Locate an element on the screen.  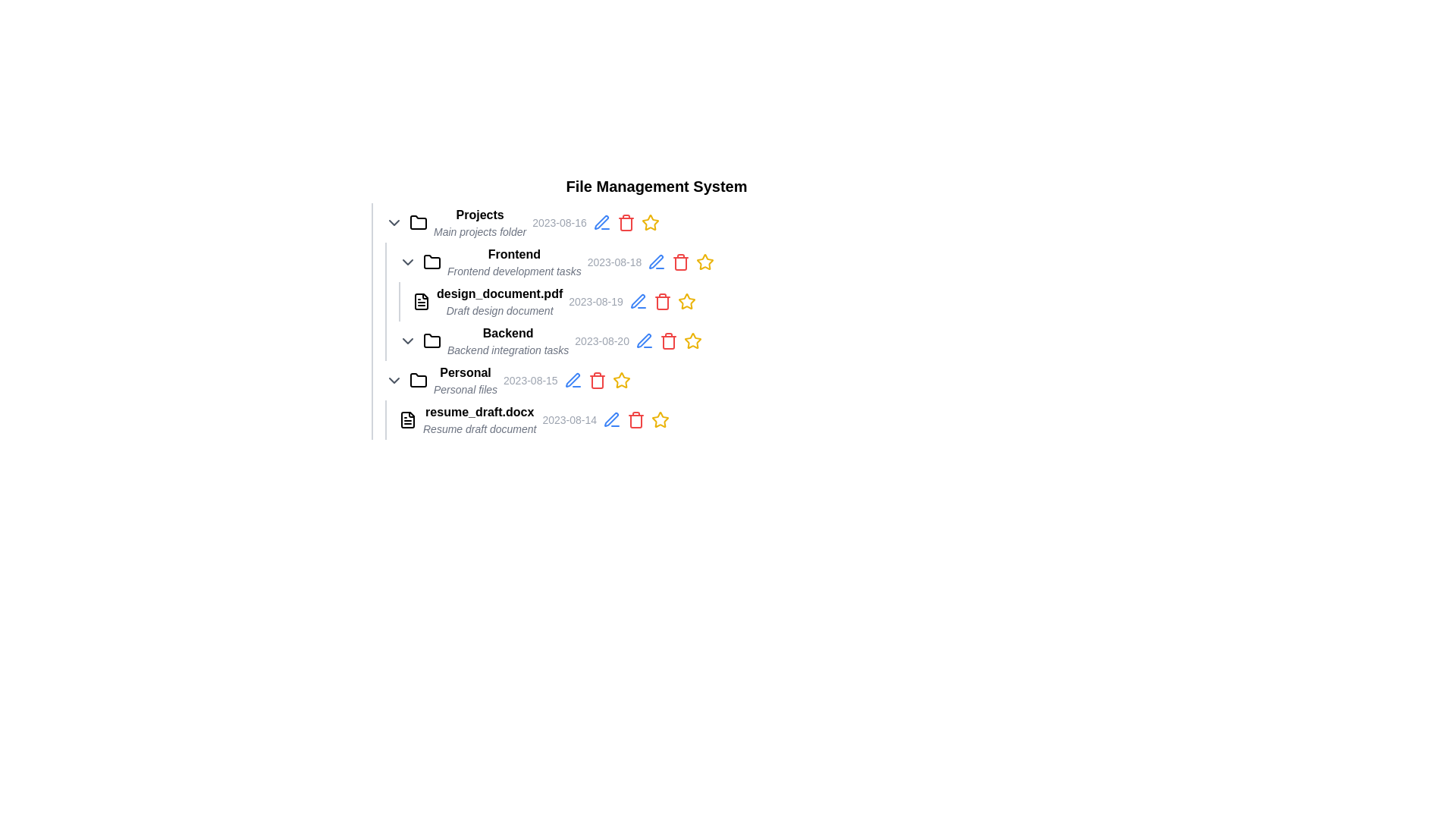
the graphical folder icon located directly left of the 'Projects' label in the file tree, which is the topmost folder in the hierarchy is located at coordinates (419, 222).